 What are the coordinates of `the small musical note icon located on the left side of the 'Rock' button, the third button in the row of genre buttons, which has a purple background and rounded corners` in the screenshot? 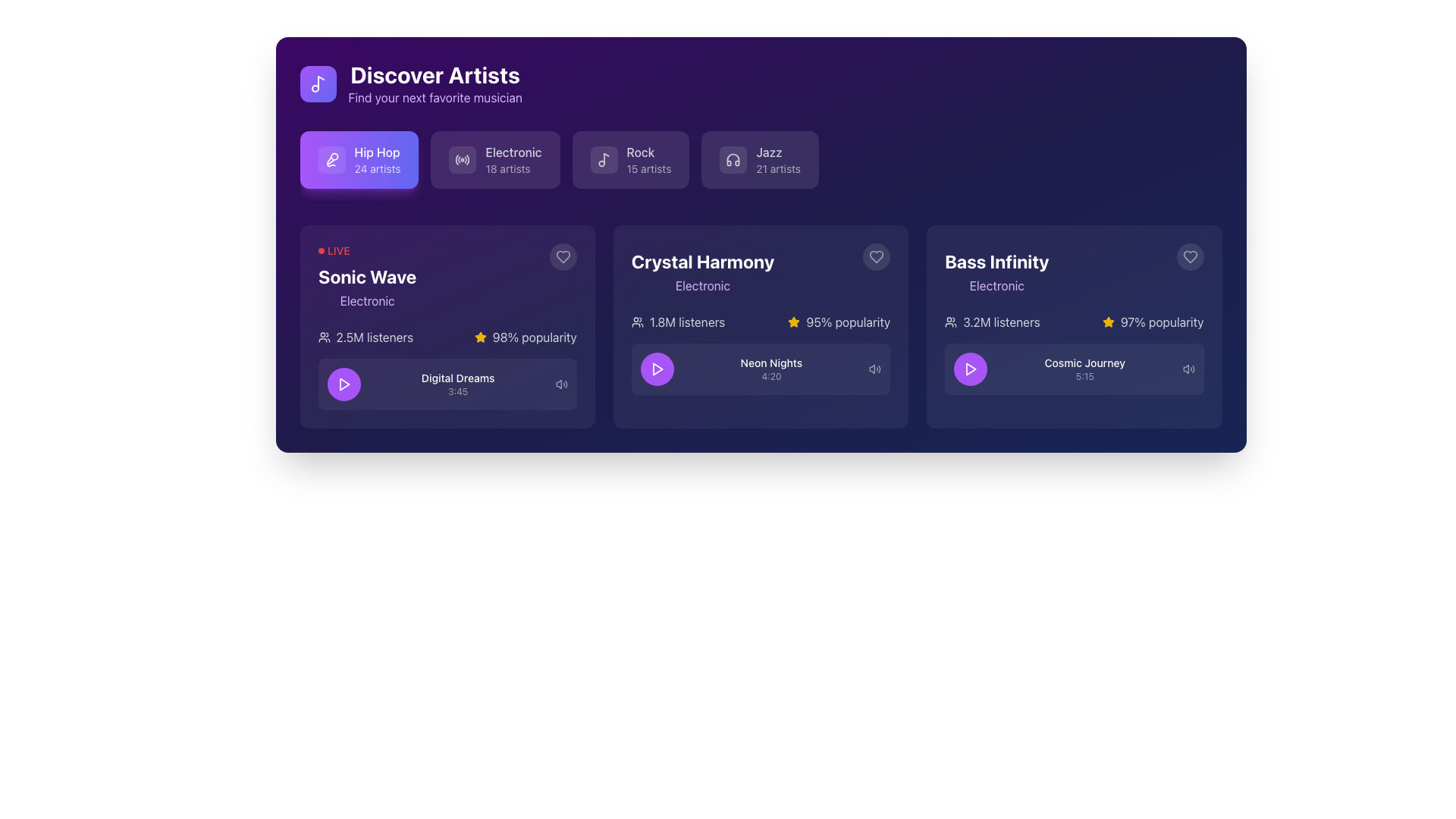 It's located at (603, 160).